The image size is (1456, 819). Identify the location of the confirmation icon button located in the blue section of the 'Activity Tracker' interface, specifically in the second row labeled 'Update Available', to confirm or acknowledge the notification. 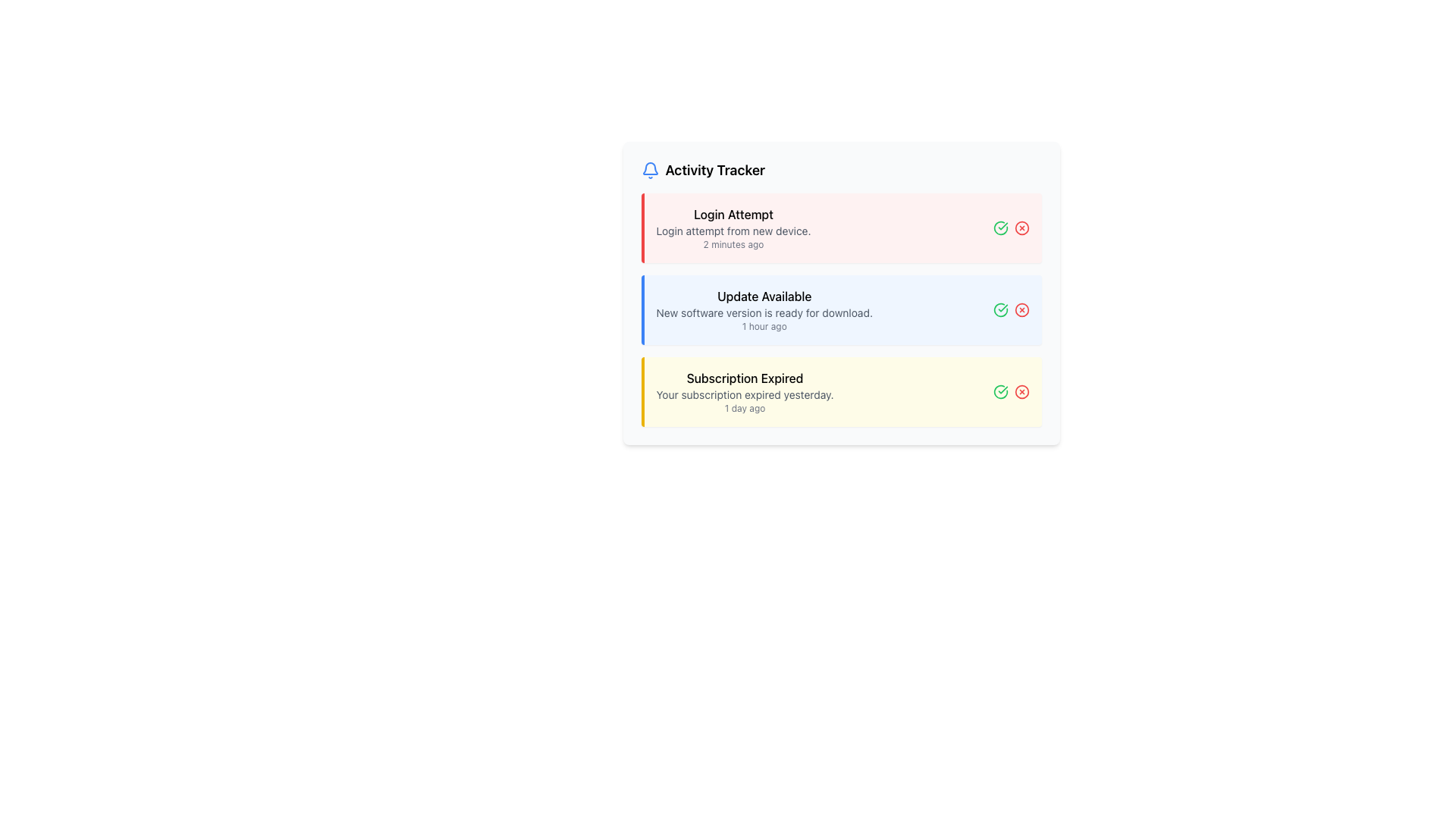
(1000, 309).